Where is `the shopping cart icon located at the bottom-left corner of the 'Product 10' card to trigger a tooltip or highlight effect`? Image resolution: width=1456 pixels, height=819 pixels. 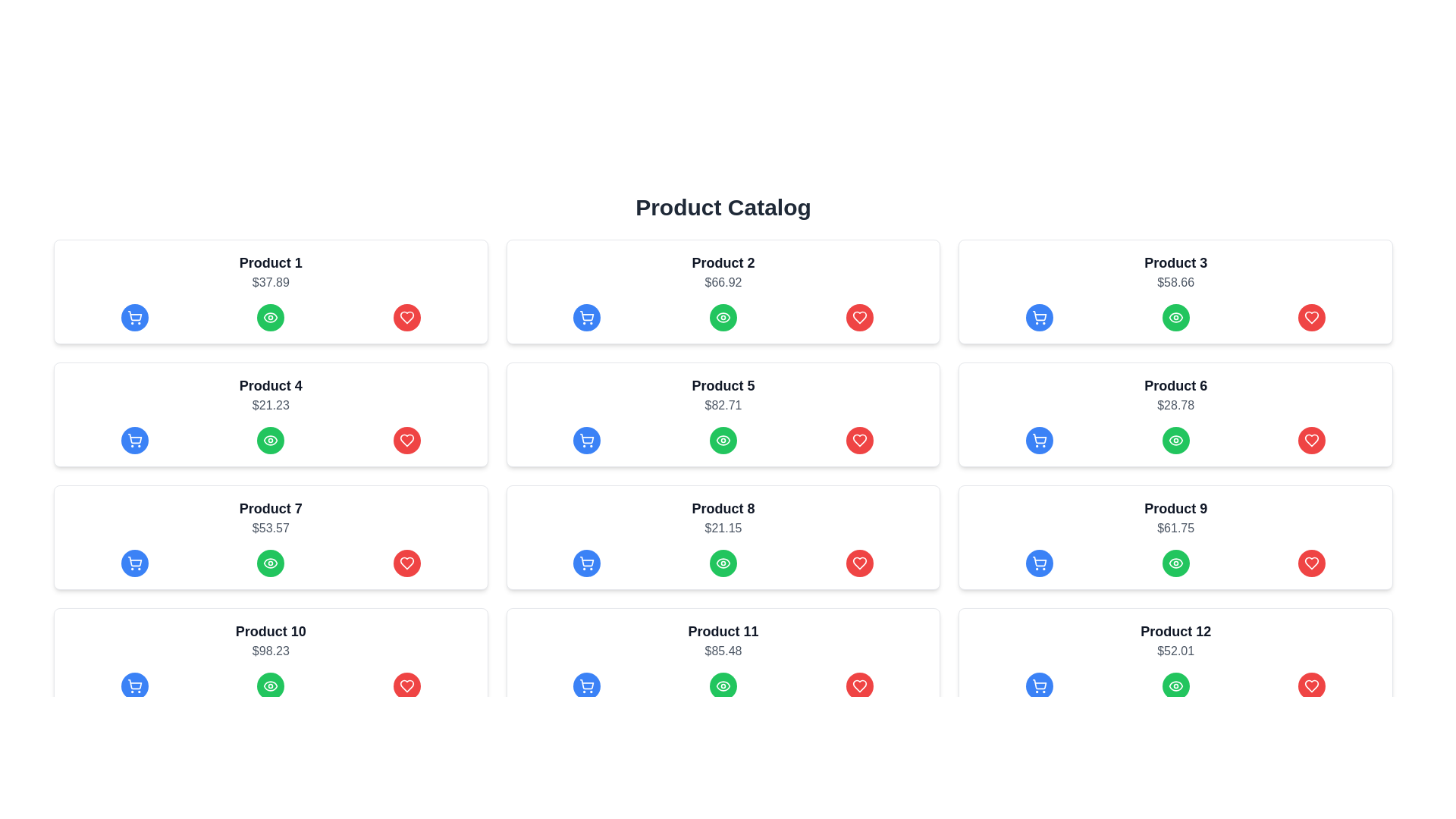 the shopping cart icon located at the bottom-left corner of the 'Product 10' card to trigger a tooltip or highlight effect is located at coordinates (134, 684).